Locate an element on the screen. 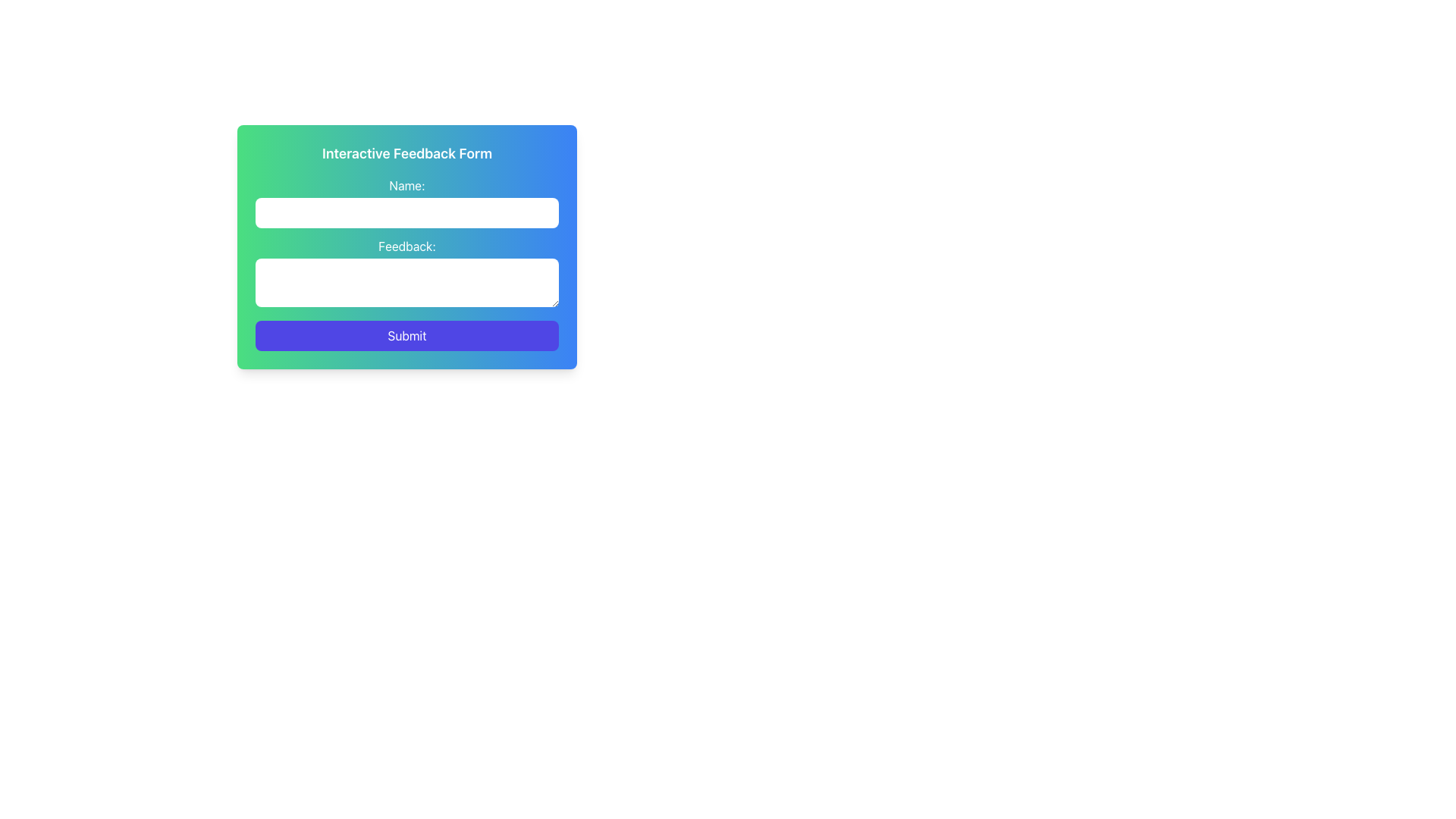 Image resolution: width=1456 pixels, height=819 pixels. the 'Submit' button with a violet background and white text is located at coordinates (407, 335).